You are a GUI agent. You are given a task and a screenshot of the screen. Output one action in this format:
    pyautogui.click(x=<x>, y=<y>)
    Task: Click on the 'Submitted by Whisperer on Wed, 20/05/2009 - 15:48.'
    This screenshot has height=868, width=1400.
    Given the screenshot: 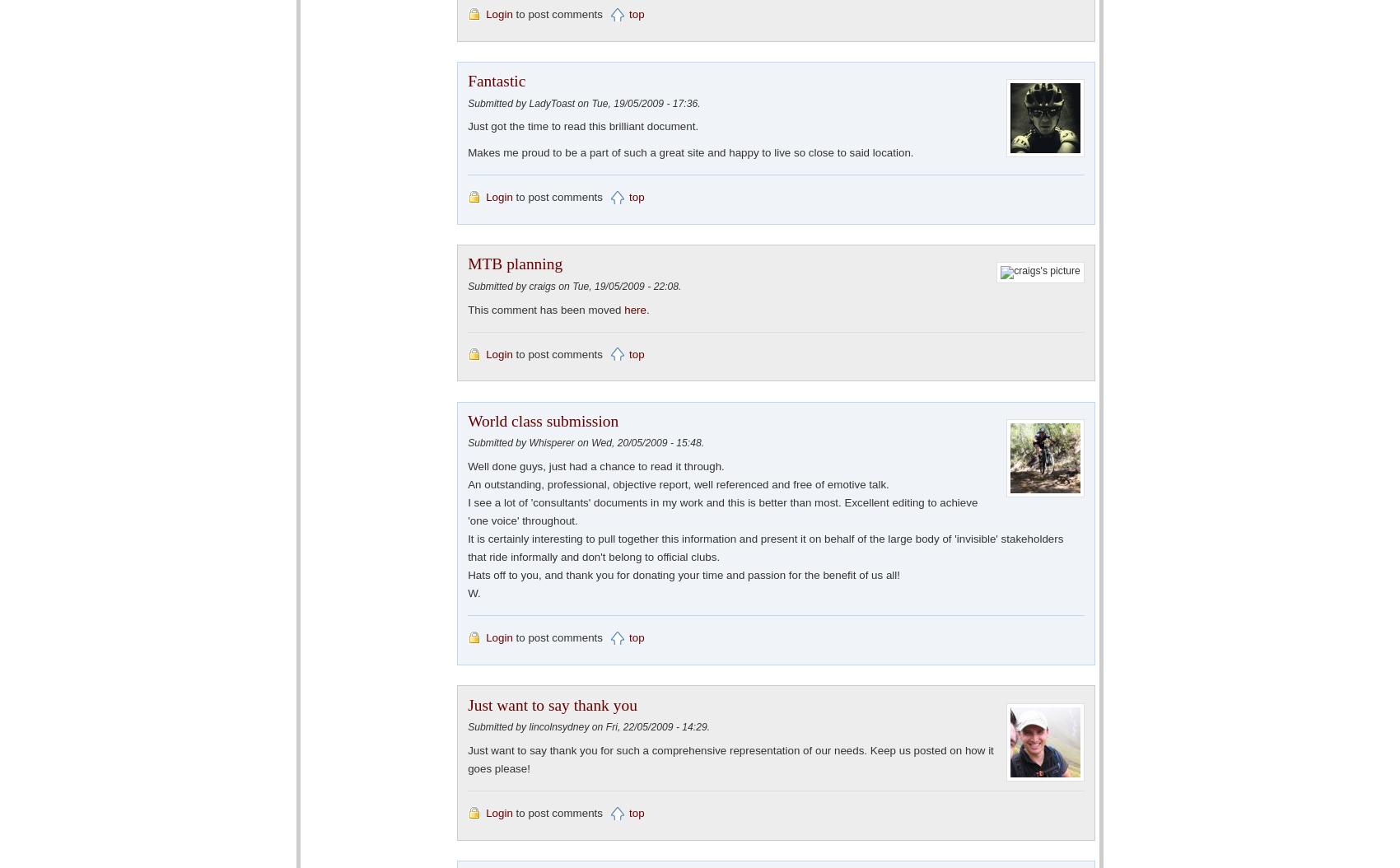 What is the action you would take?
    pyautogui.click(x=586, y=442)
    